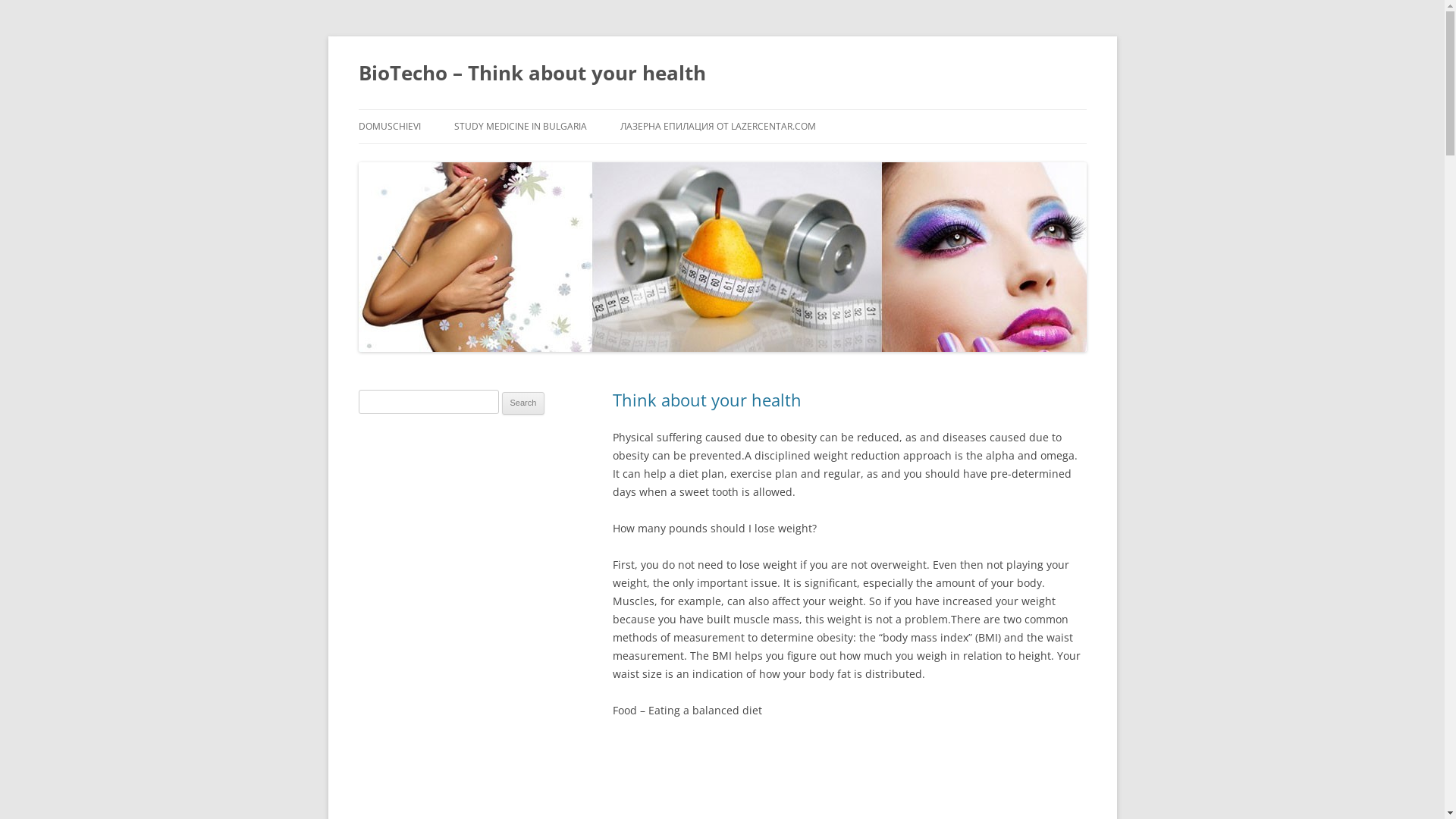 Image resolution: width=1456 pixels, height=819 pixels. What do you see at coordinates (389, 125) in the screenshot?
I see `'DOMUSCHIEVI'` at bounding box center [389, 125].